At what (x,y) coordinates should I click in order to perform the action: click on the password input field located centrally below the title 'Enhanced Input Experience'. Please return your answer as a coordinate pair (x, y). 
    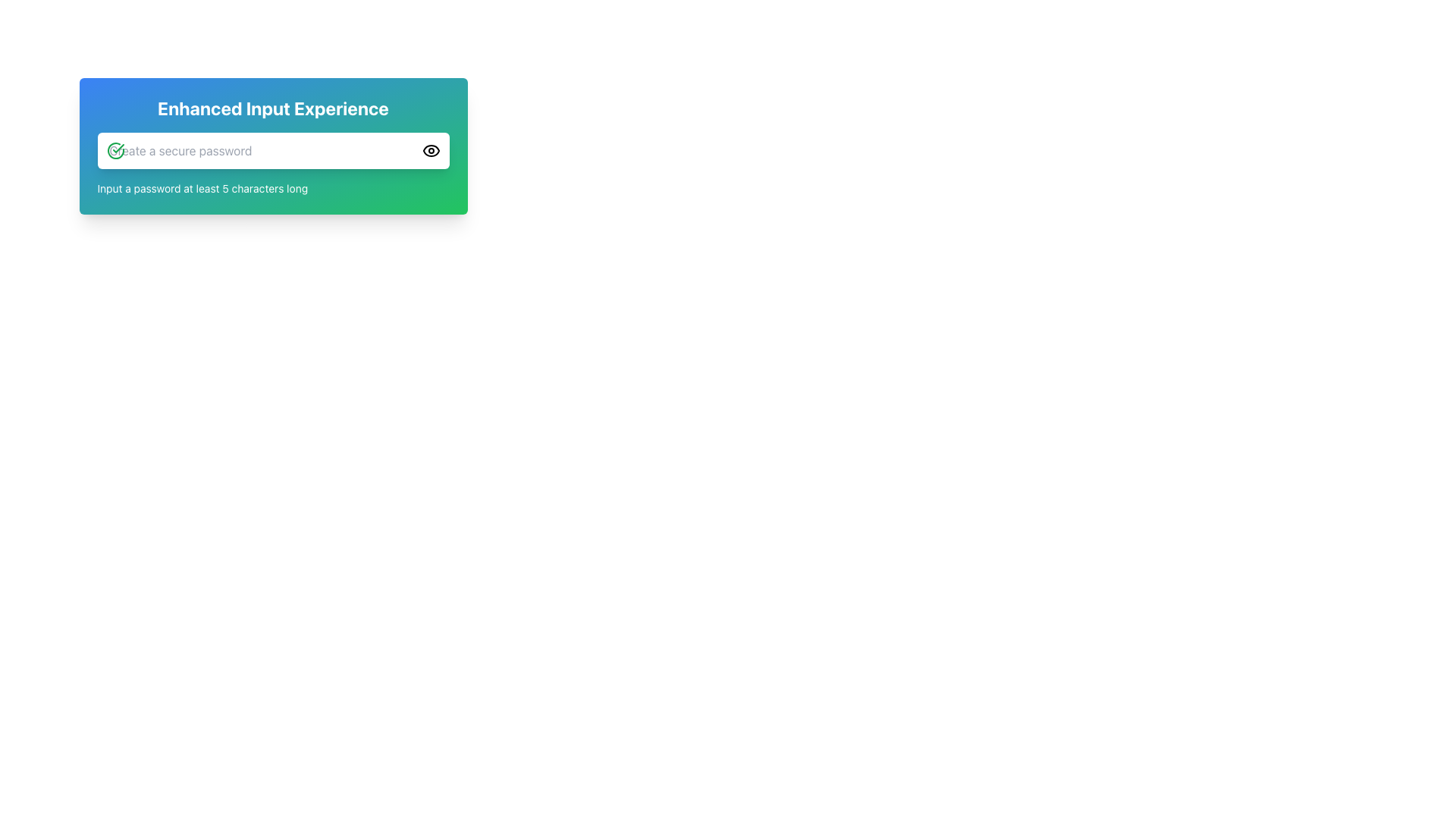
    Looking at the image, I should click on (273, 151).